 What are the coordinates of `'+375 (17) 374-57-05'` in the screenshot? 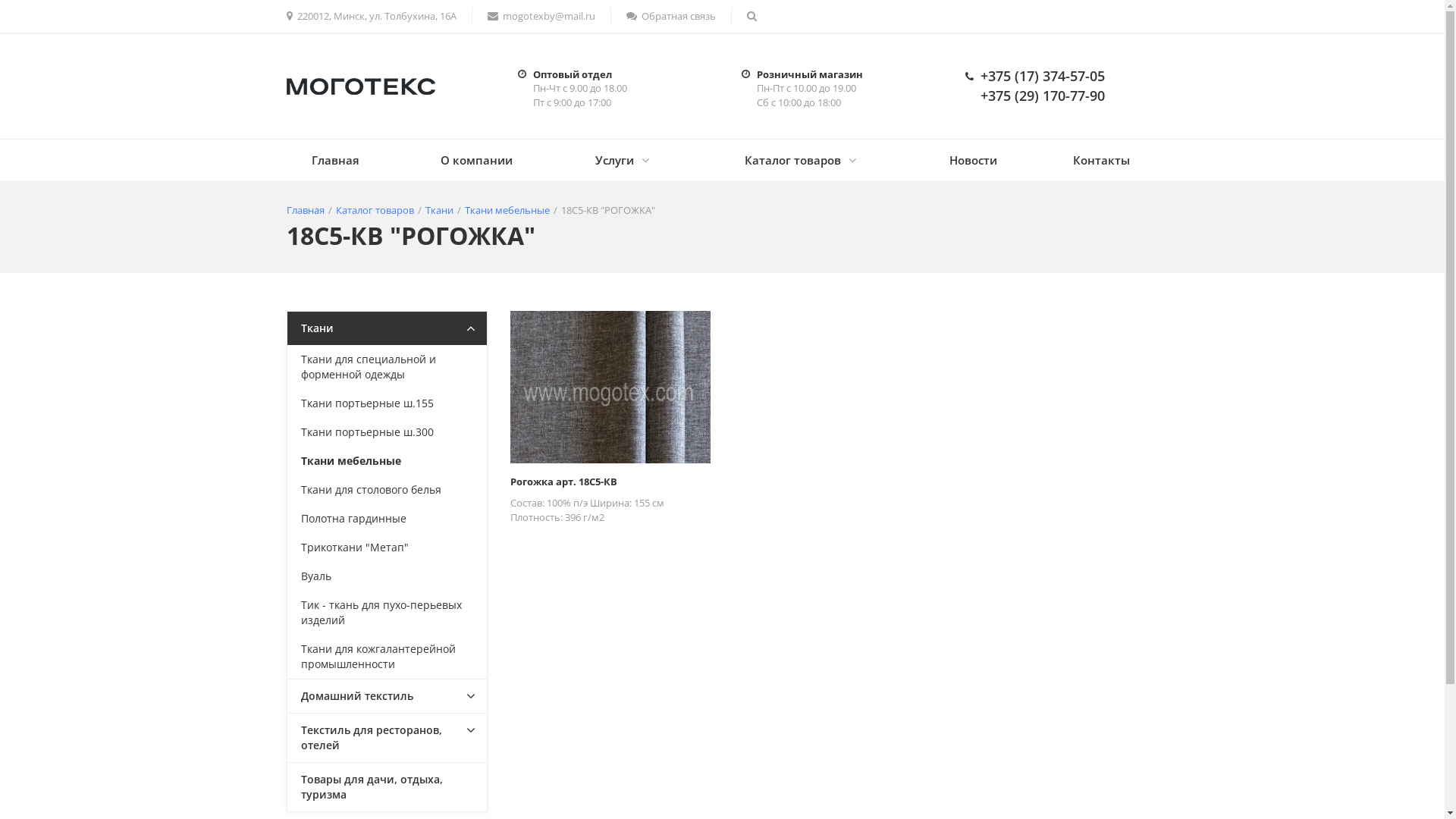 It's located at (1040, 76).